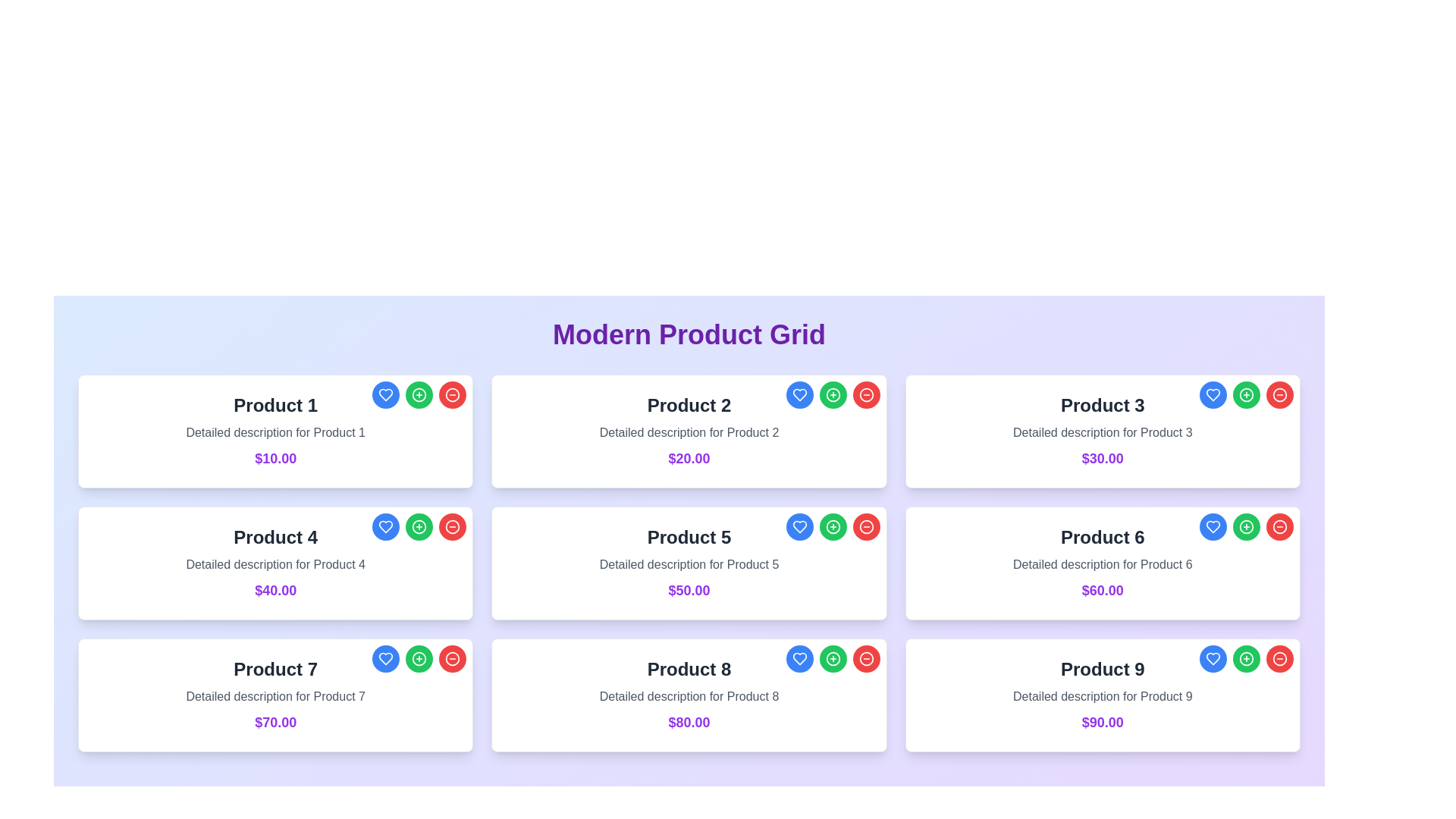 This screenshot has height=819, width=1456. I want to click on the delete button located at the top-right corner of the card for 'Product 2', which is the third button from the left, to invoke its action, so click(866, 394).